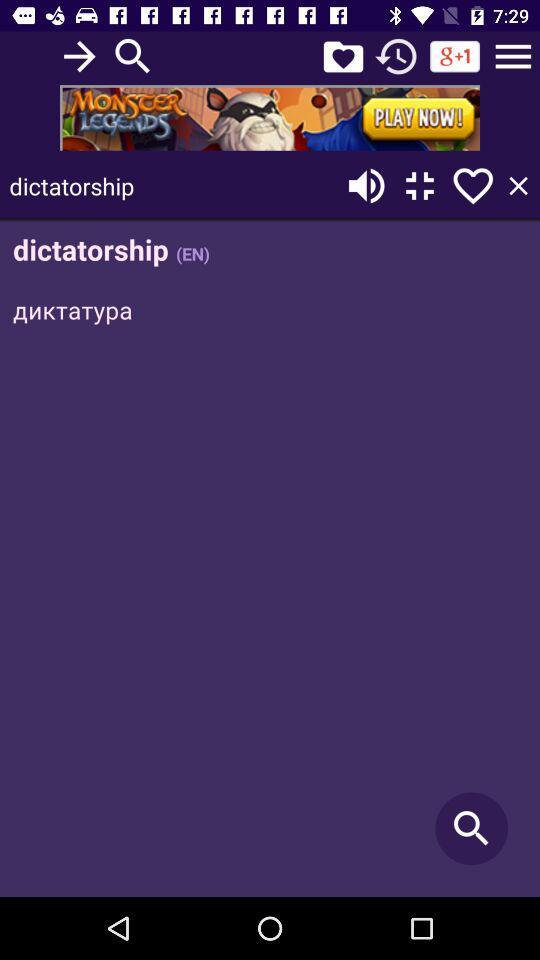  What do you see at coordinates (513, 55) in the screenshot?
I see `the menu icon` at bounding box center [513, 55].